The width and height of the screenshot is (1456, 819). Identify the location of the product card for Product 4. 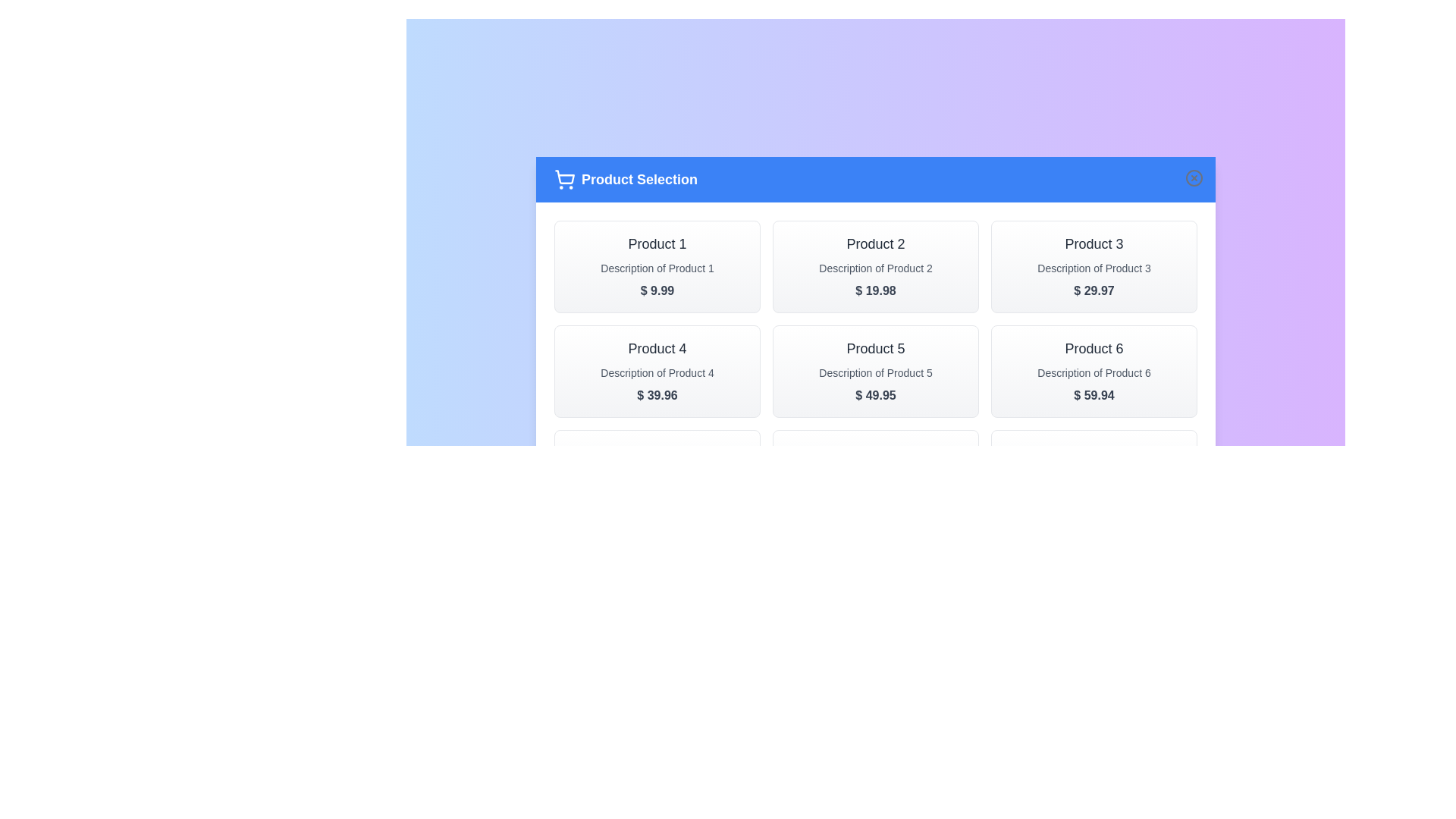
(657, 371).